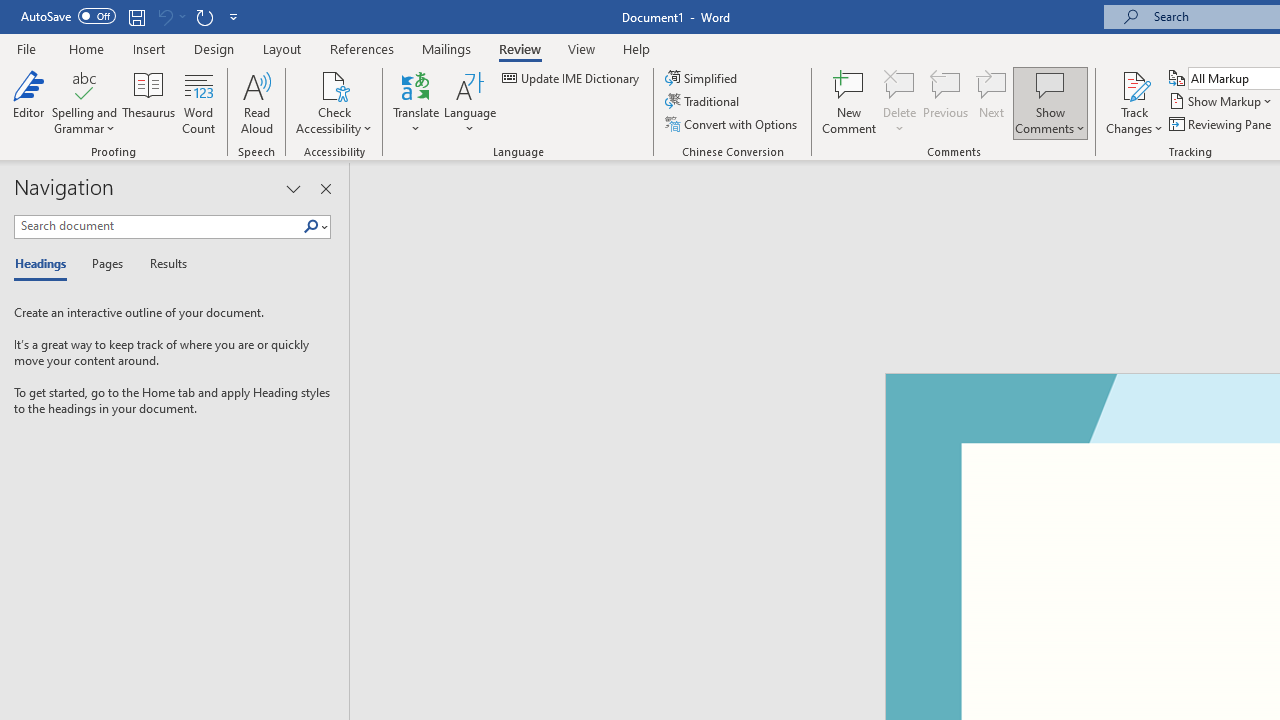  I want to click on 'Pages', so click(104, 264).